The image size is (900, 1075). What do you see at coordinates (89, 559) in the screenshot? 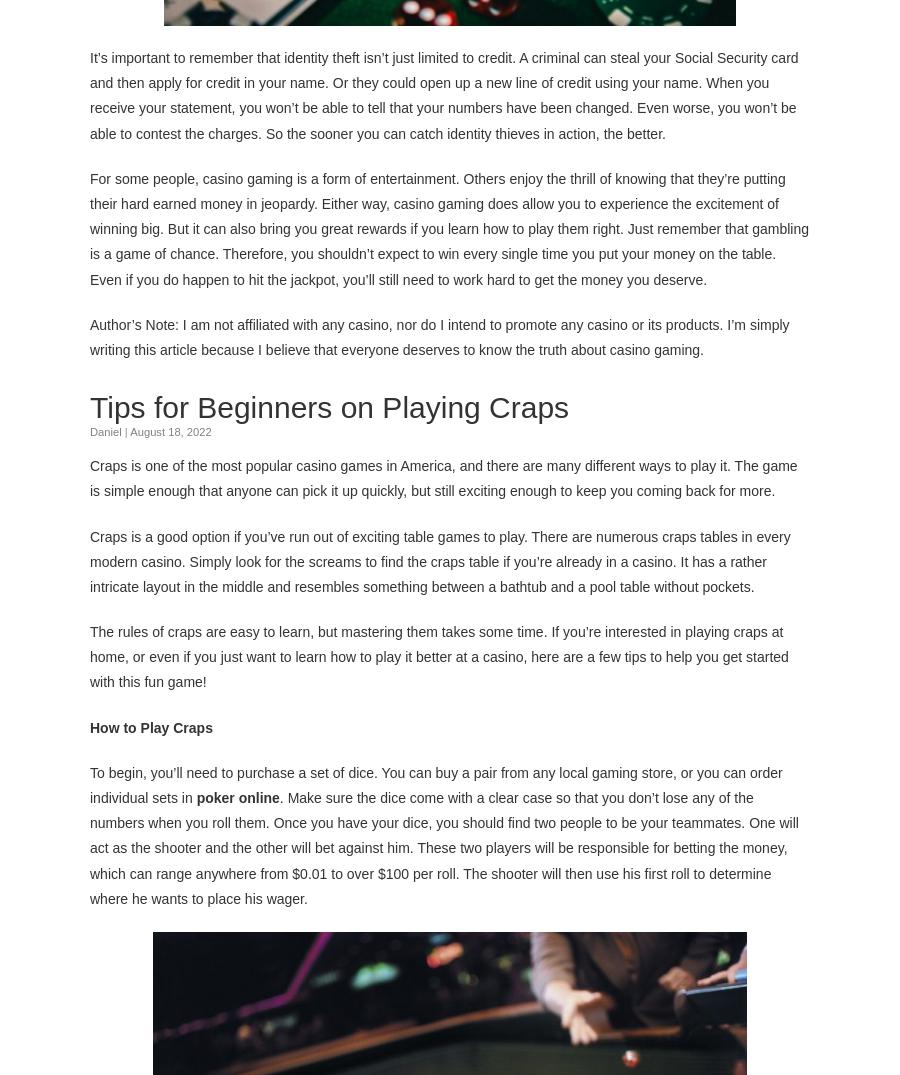
I see `'Craps is a good option if you’ve run out of exciting table games to play. There are numerous craps tables in every modern casino. Simply look for the screams to find the craps table if you’re already in a casino. It has a rather intricate layout in the middle and resembles something between a bathtub and a pool table without pockets.'` at bounding box center [89, 559].